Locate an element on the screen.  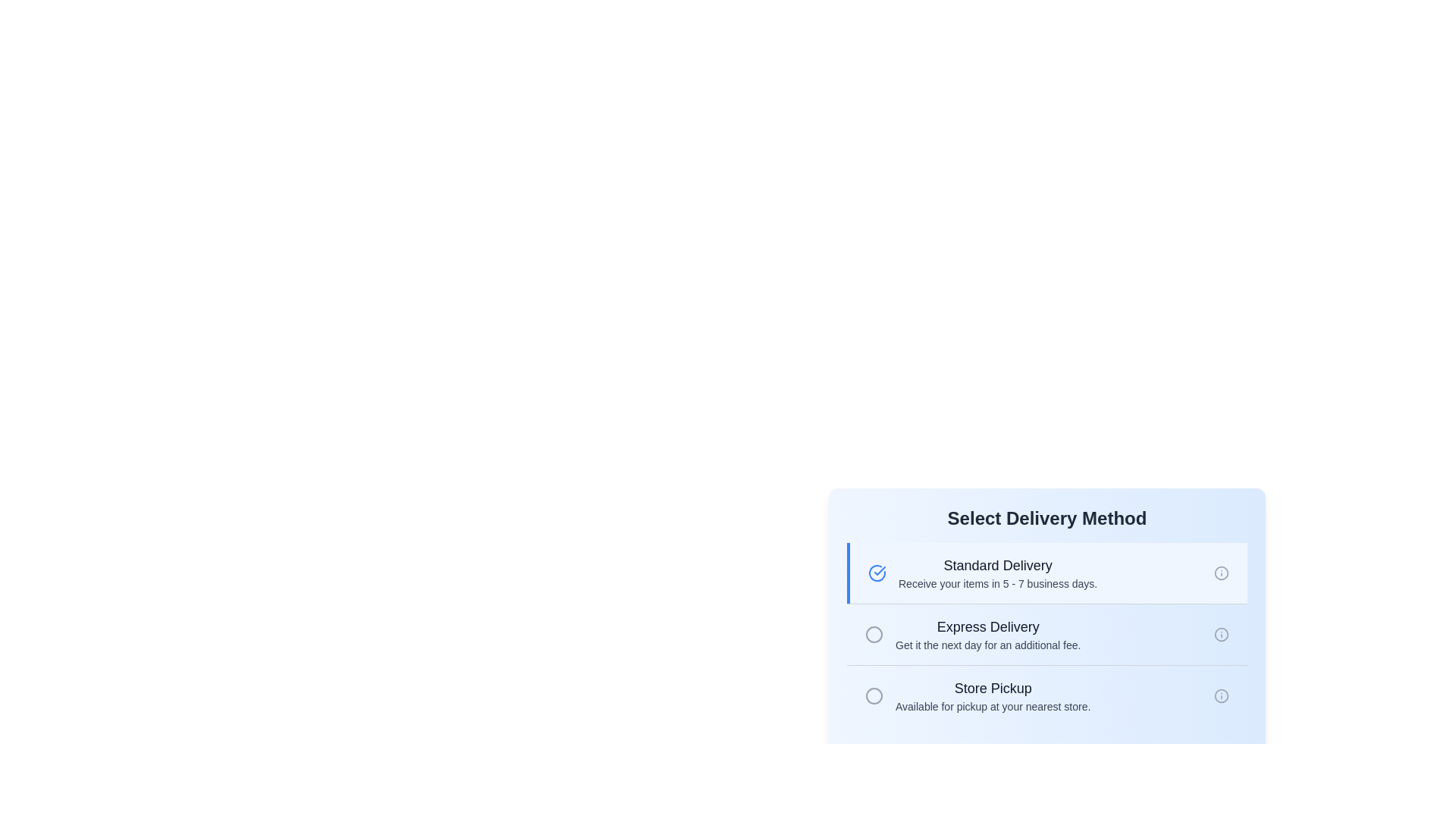
the 'Express Delivery' text label, which indicates the delivery method option and is positioned below 'Standard Delivery' is located at coordinates (988, 626).